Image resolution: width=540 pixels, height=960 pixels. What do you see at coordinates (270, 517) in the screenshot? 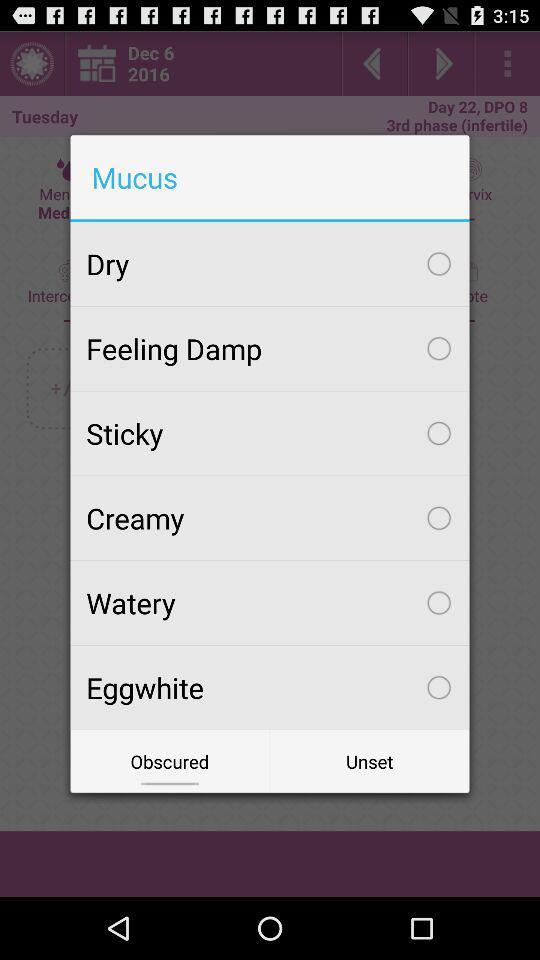
I see `the icon below sticky checkbox` at bounding box center [270, 517].